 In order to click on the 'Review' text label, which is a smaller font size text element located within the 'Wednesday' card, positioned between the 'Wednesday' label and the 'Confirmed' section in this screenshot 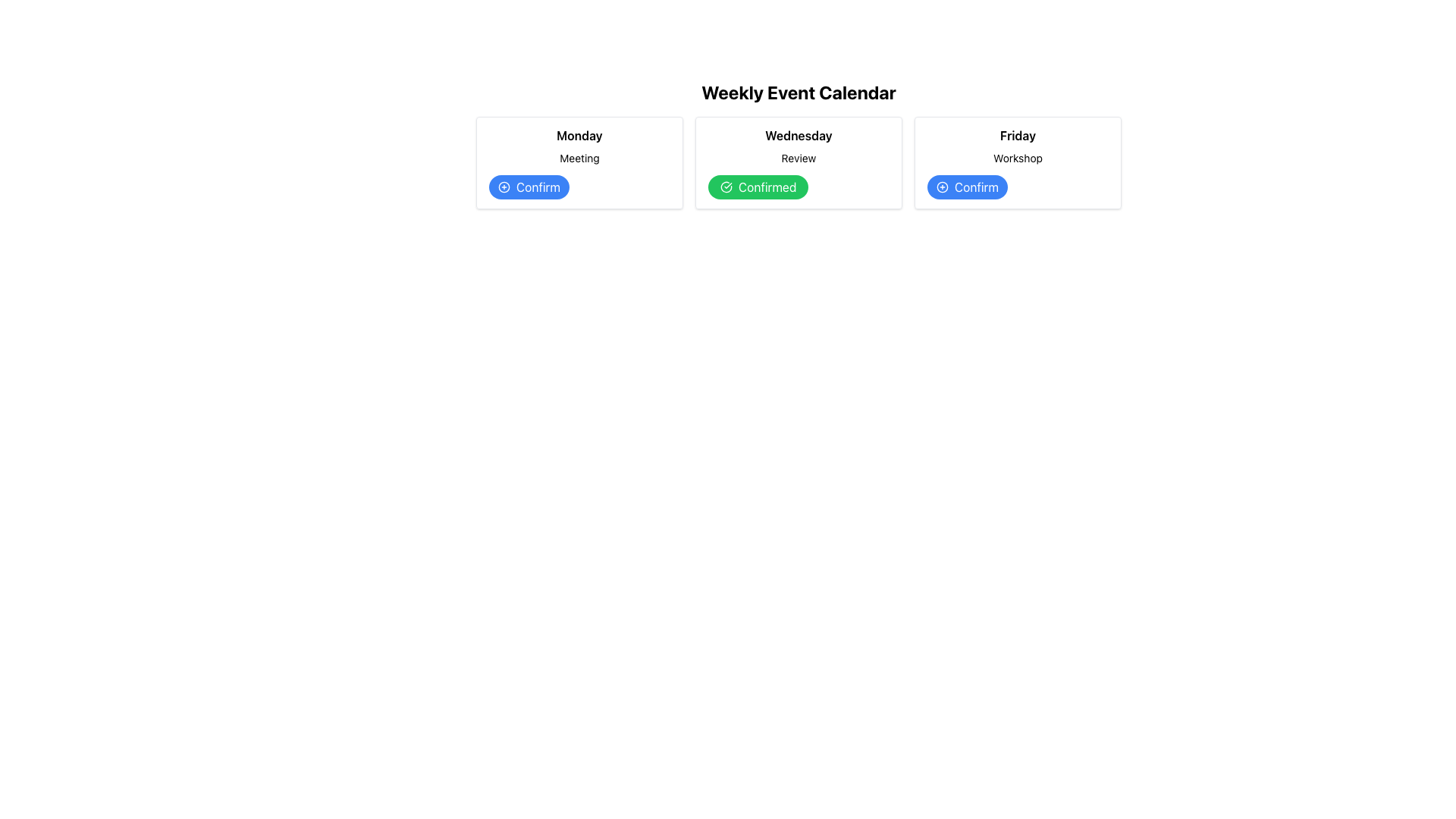, I will do `click(798, 158)`.